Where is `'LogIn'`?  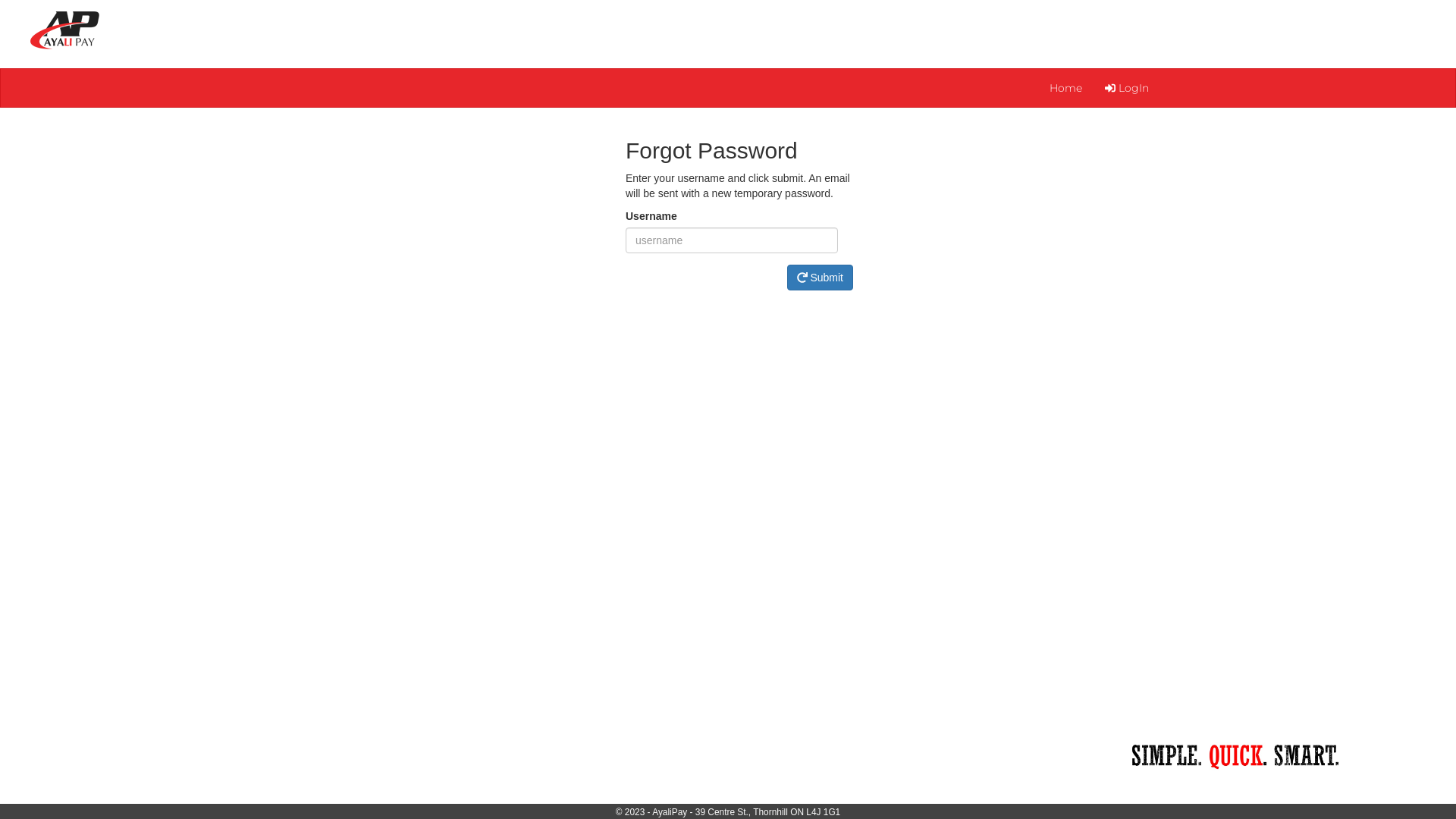 'LogIn' is located at coordinates (1127, 87).